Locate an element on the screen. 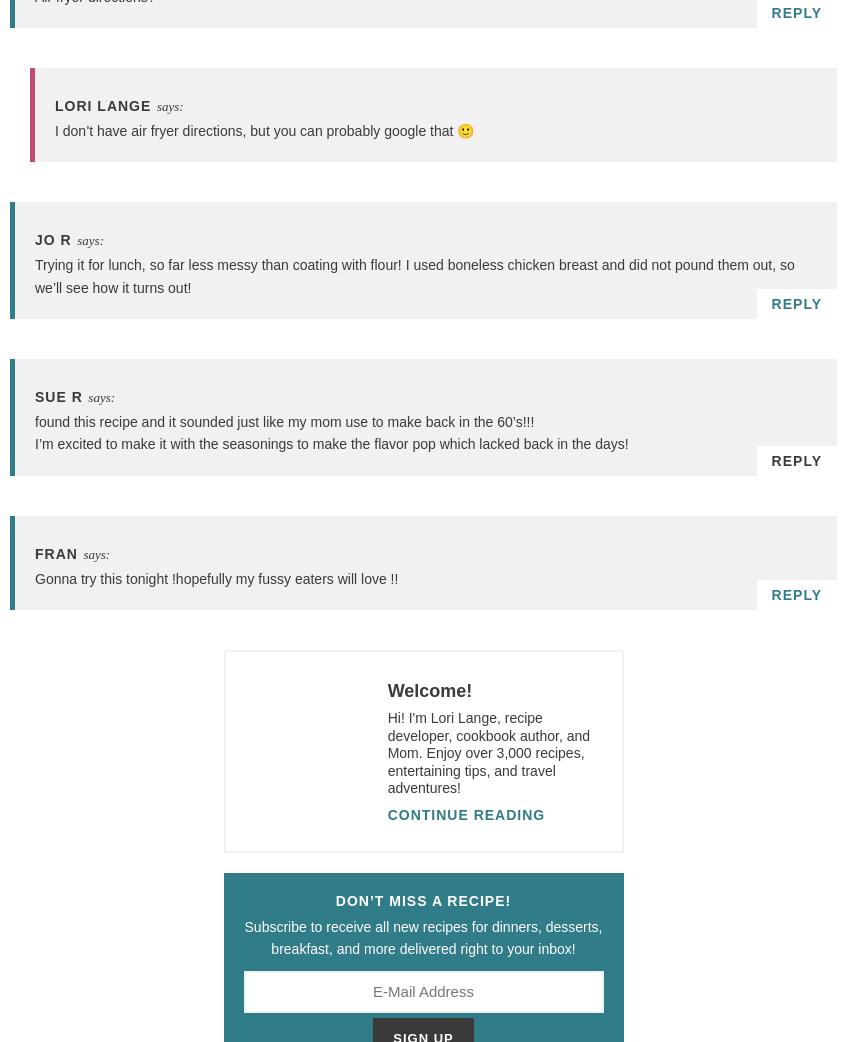 The width and height of the screenshot is (852, 1042). 'Trying it for lunch, so far less messy than coating with flour! I used boneless chicken breast and did not pound them out, so we’ll see how it turns out!' is located at coordinates (414, 276).